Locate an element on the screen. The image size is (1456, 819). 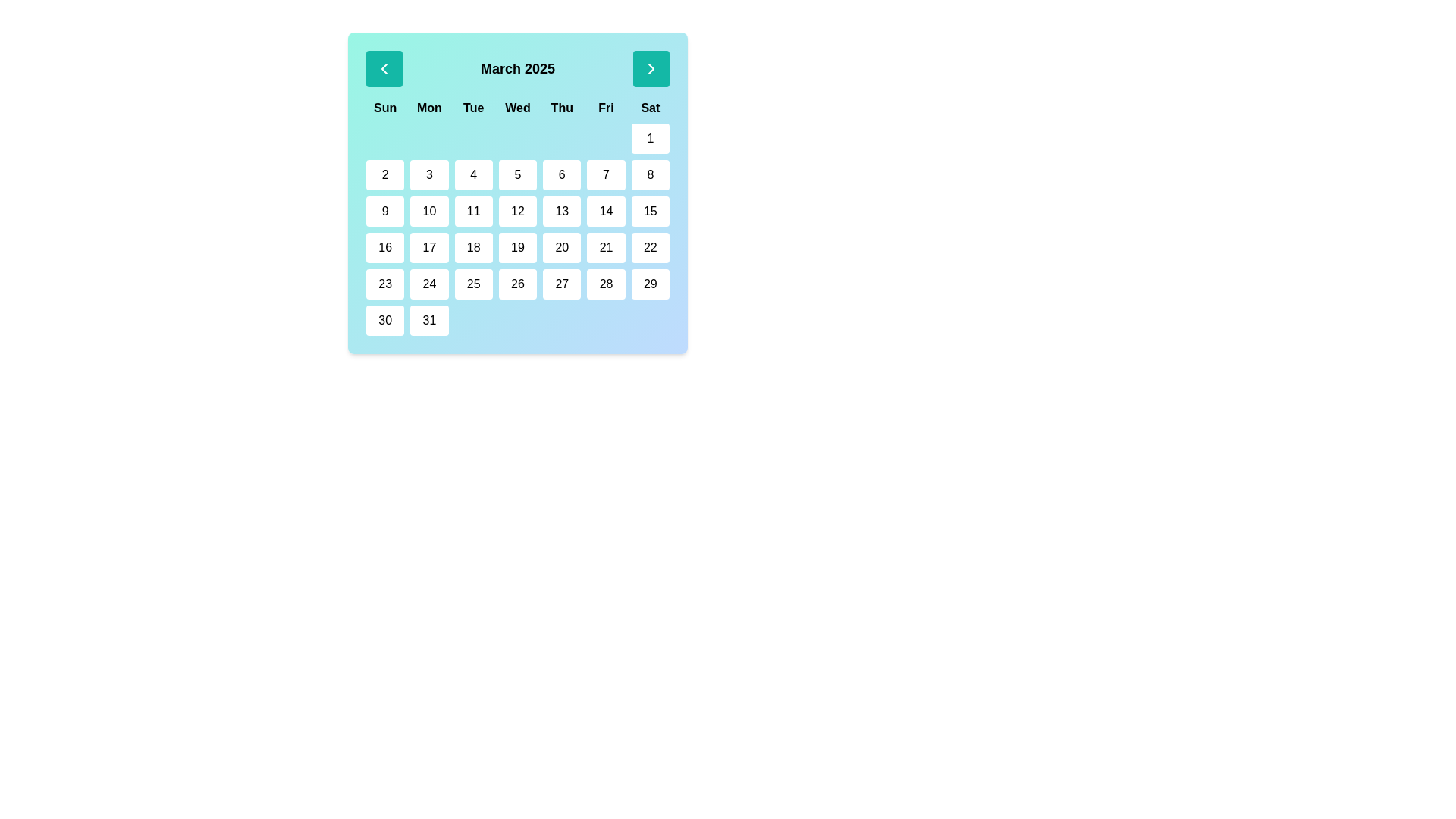
the left-pointing chevron arrow icon, which is part of the navigation interface in the calendar header is located at coordinates (384, 69).